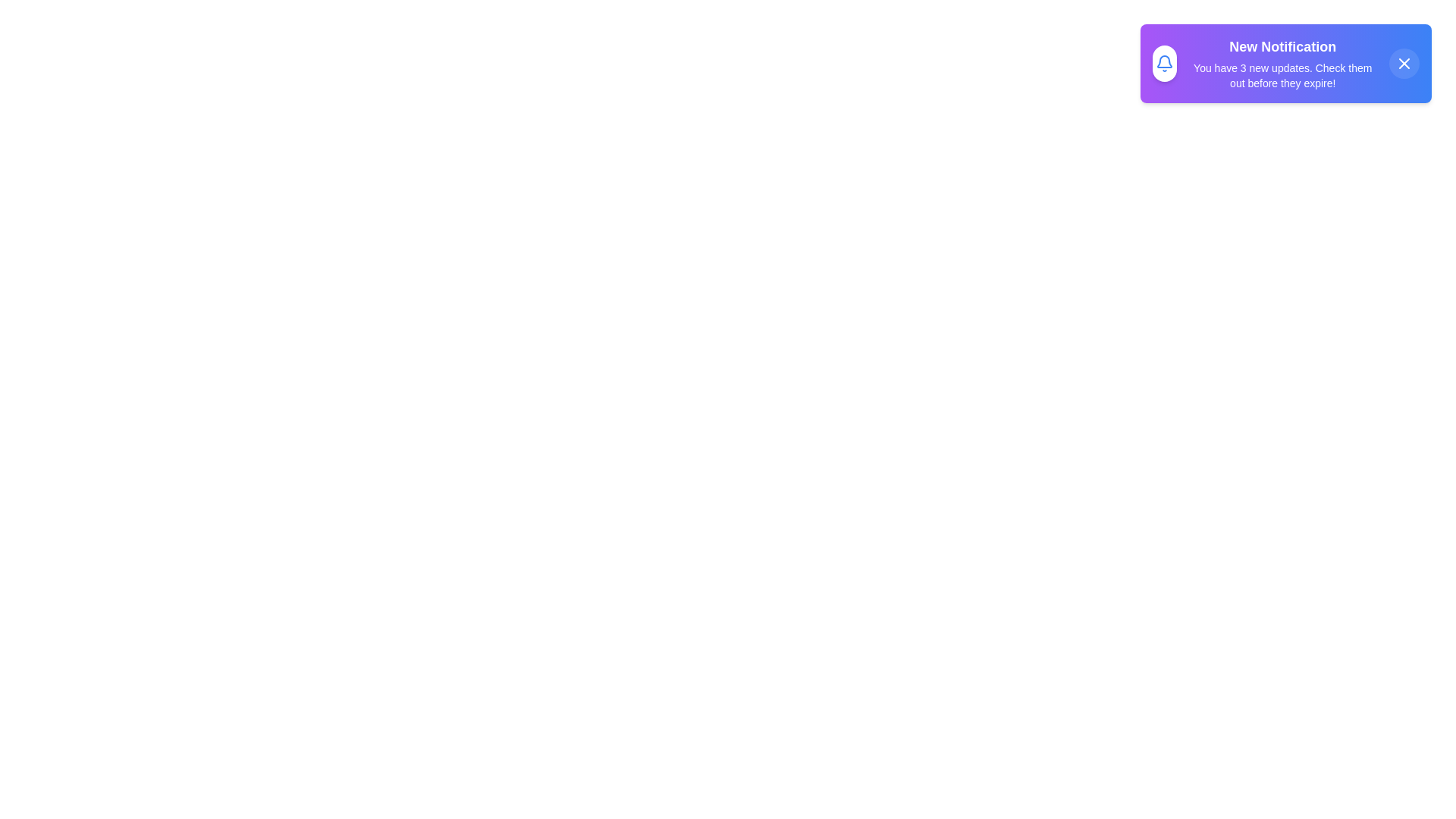 This screenshot has height=819, width=1456. I want to click on the close button of the notification to dismiss it, so click(1404, 63).